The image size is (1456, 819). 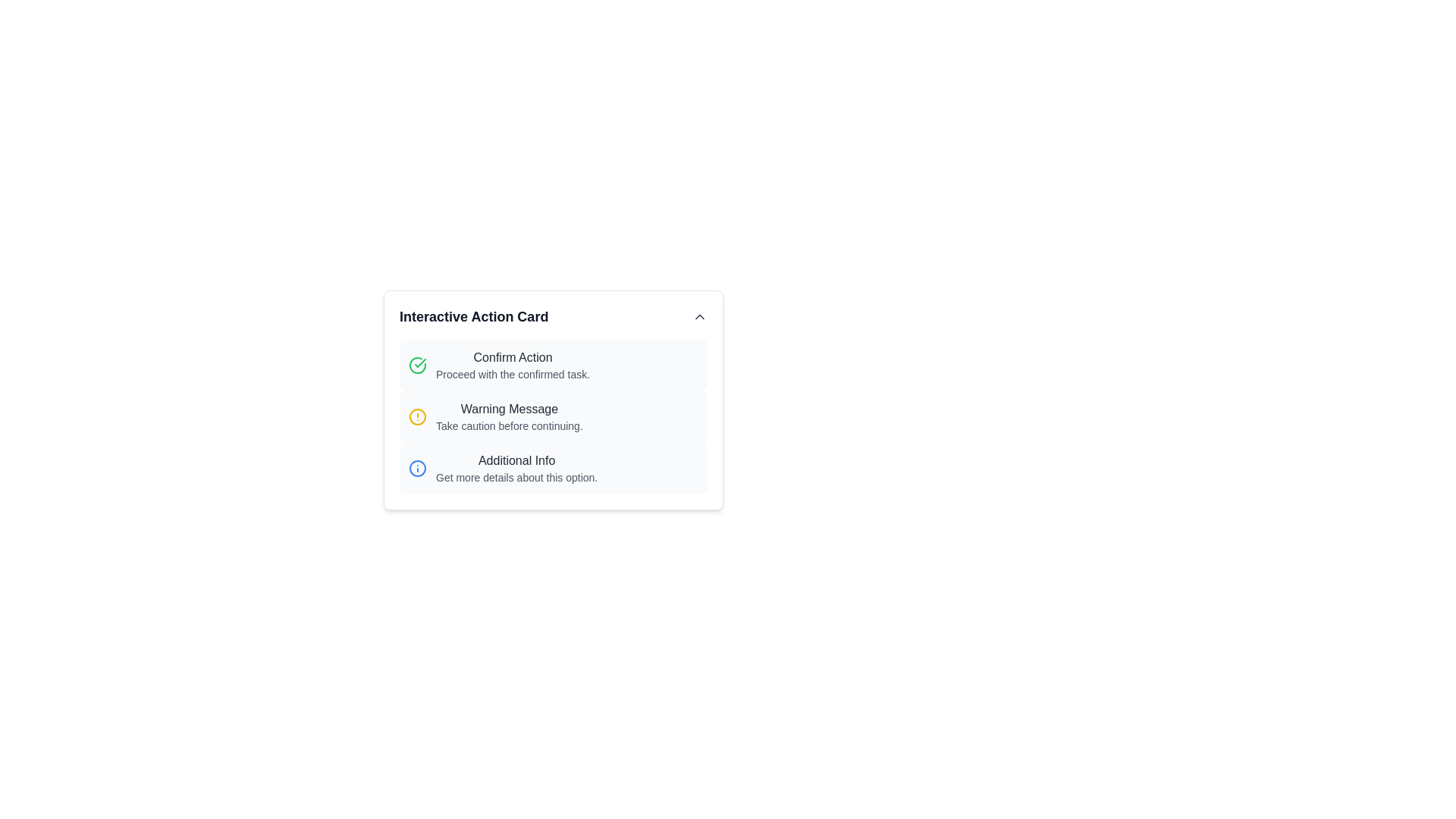 What do you see at coordinates (418, 417) in the screenshot?
I see `the decorative circular graphic within the warning icon, located slightly above the middle of the card next to the 'Warning Message' text` at bounding box center [418, 417].